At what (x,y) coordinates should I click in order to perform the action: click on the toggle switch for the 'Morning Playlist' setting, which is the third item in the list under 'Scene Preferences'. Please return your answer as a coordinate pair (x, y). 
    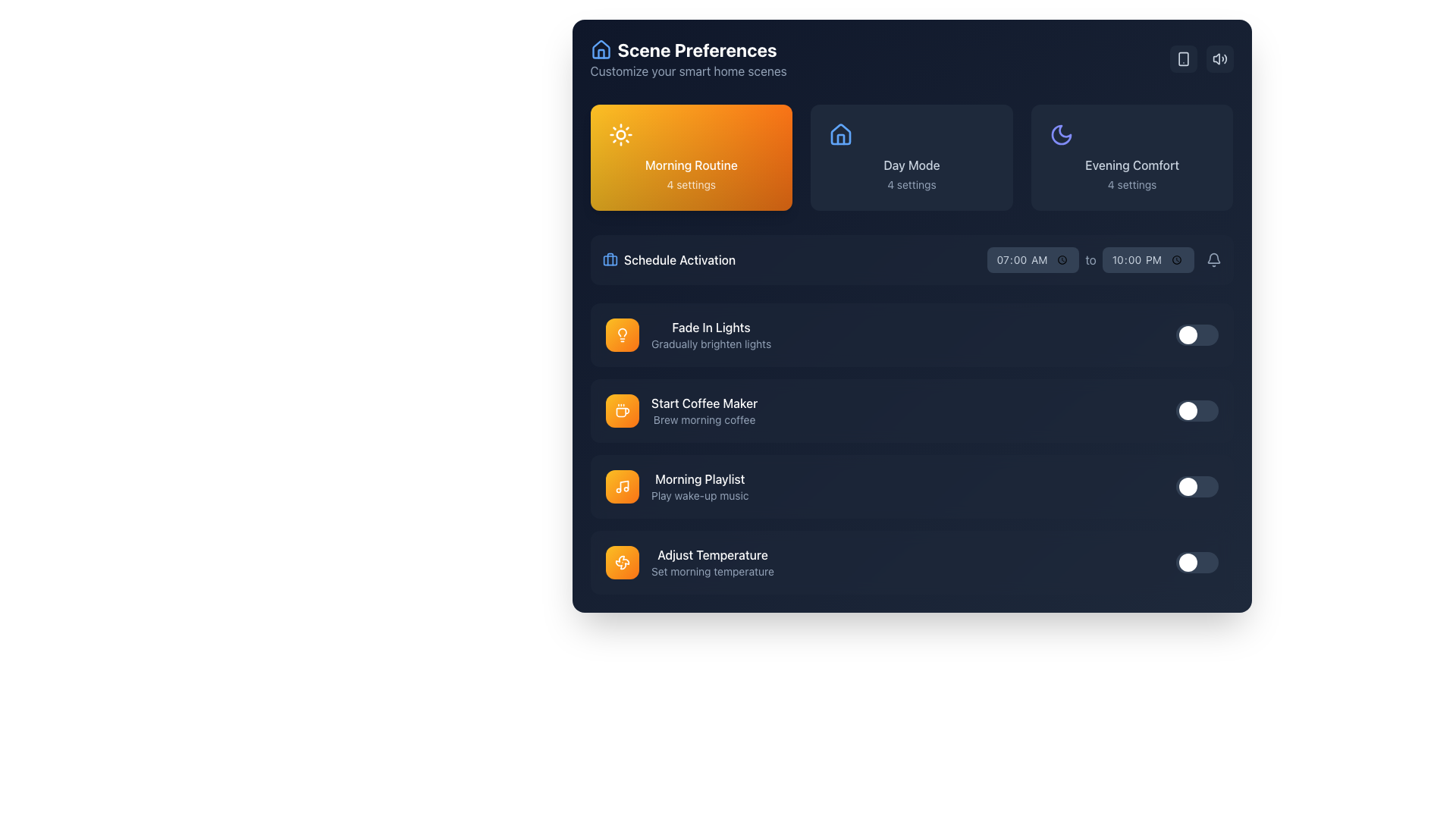
    Looking at the image, I should click on (911, 447).